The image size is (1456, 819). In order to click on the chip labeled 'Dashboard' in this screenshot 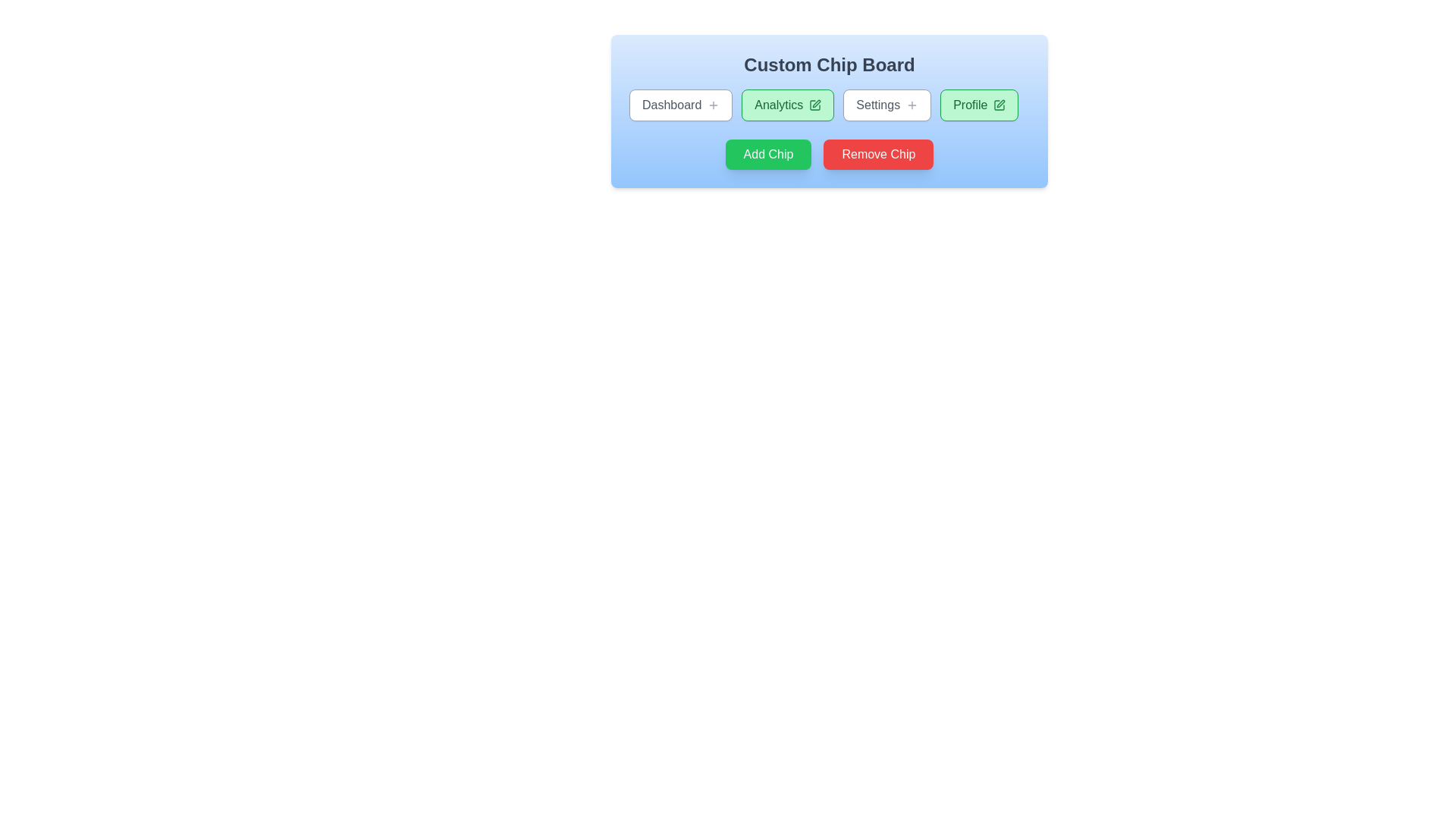, I will do `click(679, 104)`.